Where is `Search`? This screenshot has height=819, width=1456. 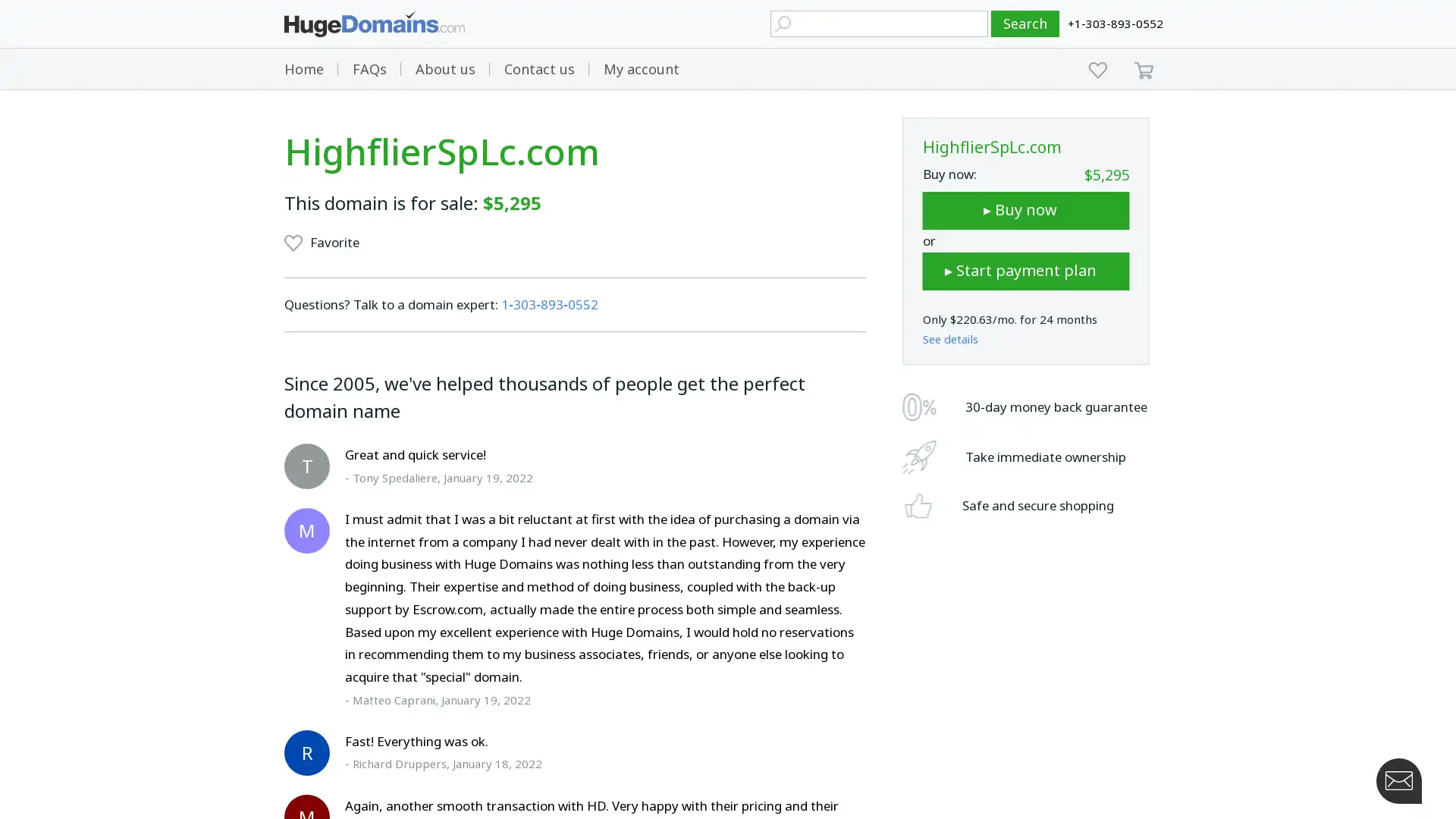 Search is located at coordinates (1025, 24).